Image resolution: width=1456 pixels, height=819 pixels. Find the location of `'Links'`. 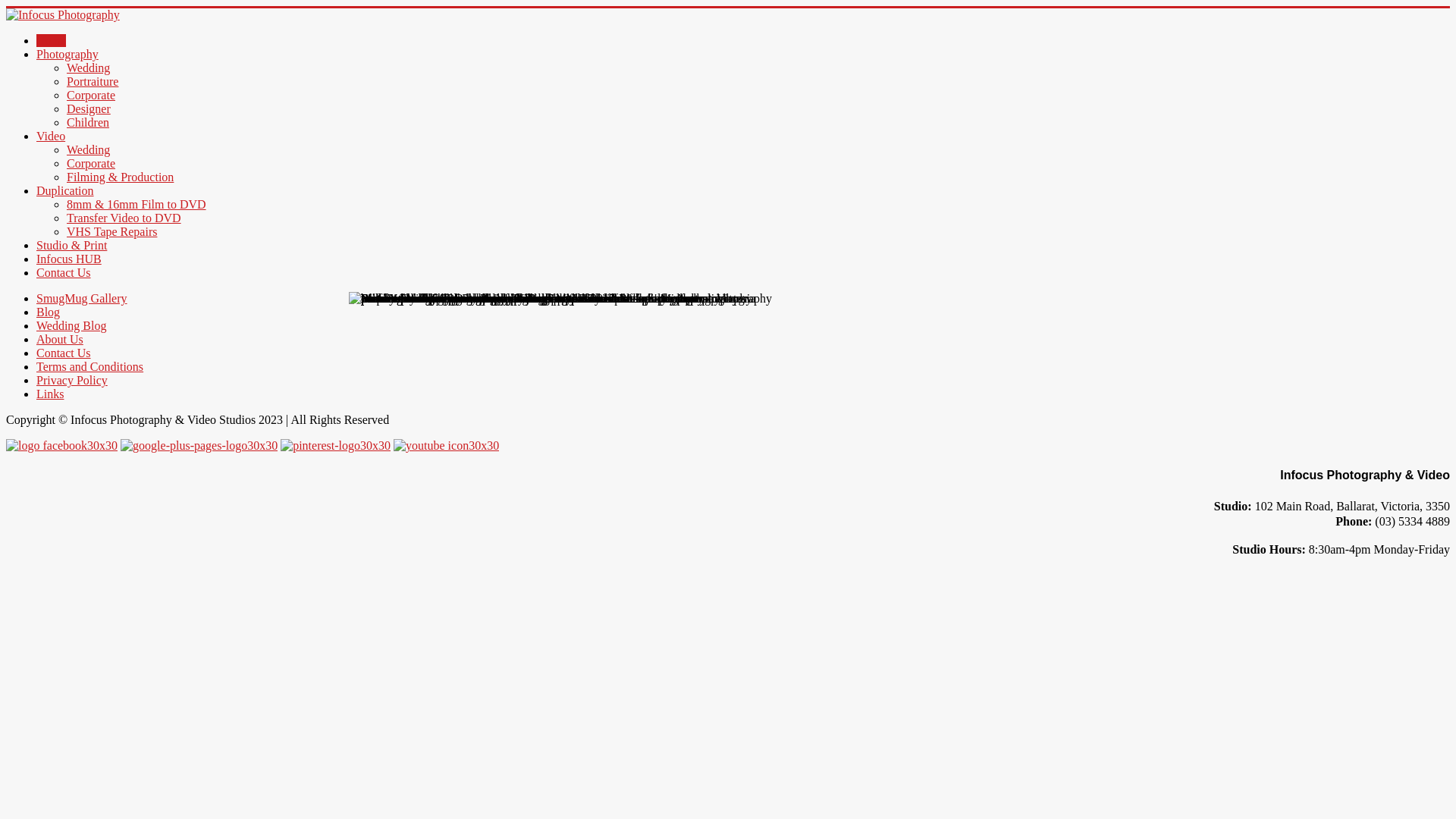

'Links' is located at coordinates (50, 393).